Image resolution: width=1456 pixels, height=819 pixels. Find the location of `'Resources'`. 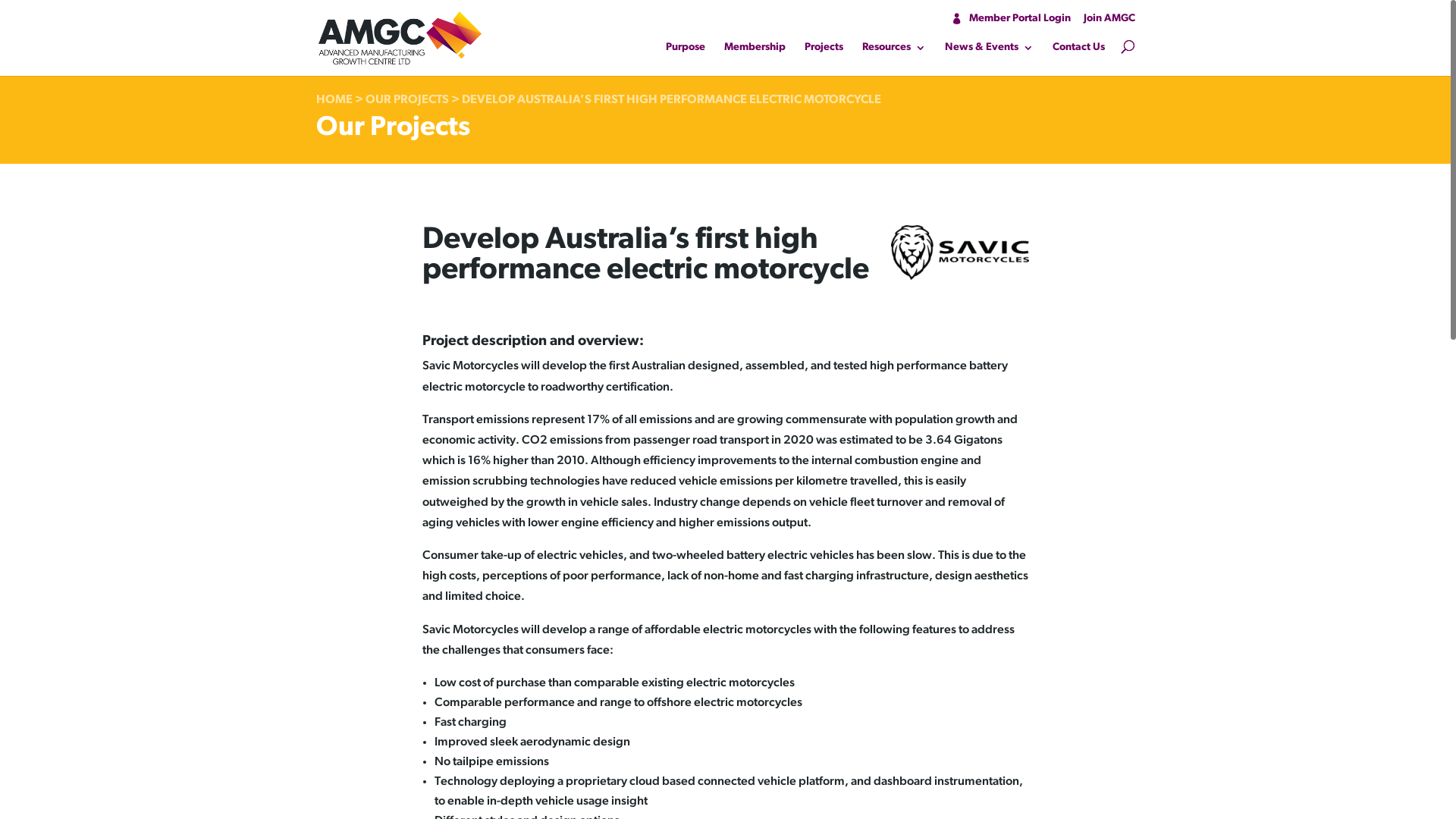

'Resources' is located at coordinates (893, 50).